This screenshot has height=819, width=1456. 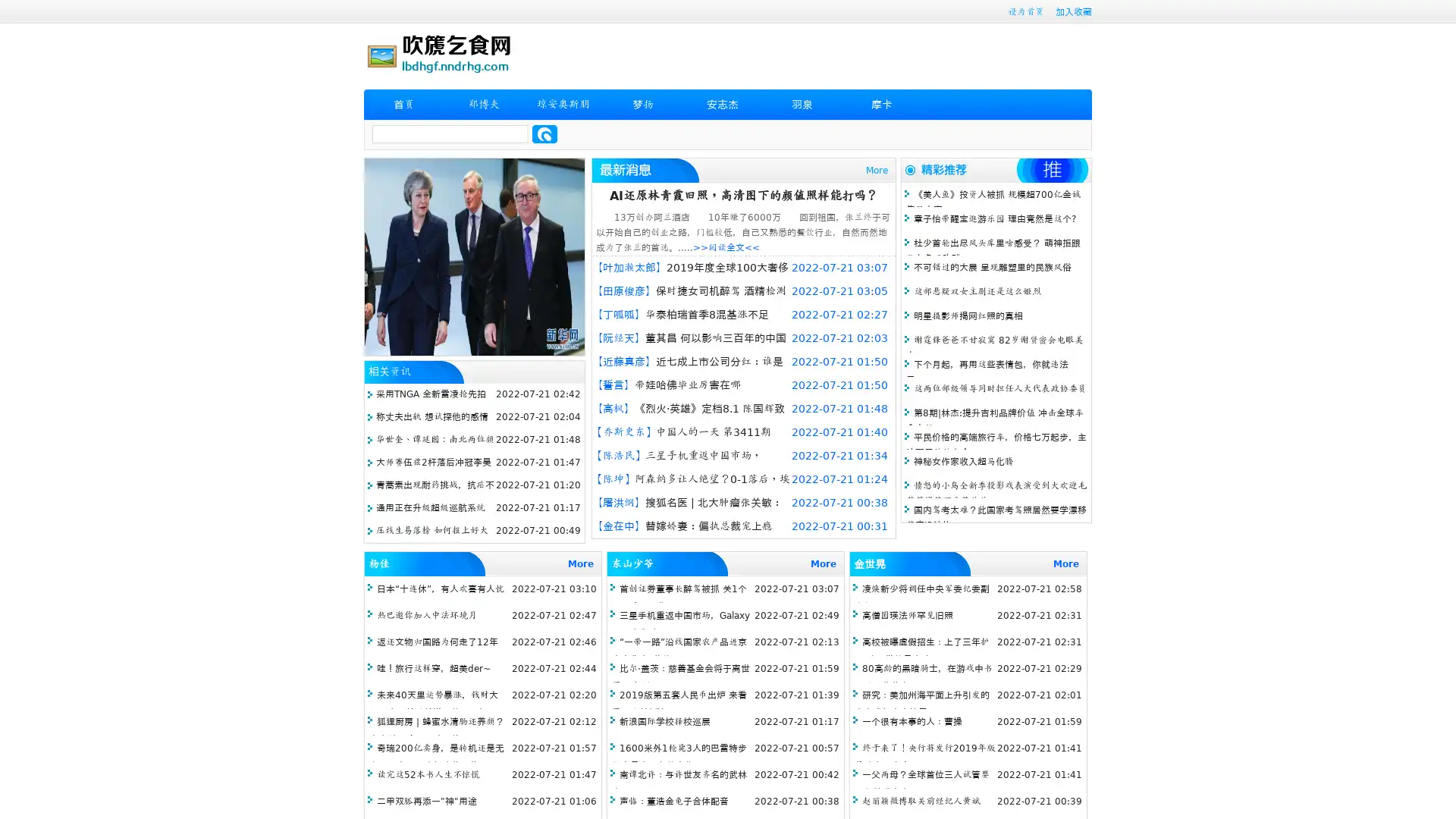 What do you see at coordinates (544, 133) in the screenshot?
I see `Search` at bounding box center [544, 133].